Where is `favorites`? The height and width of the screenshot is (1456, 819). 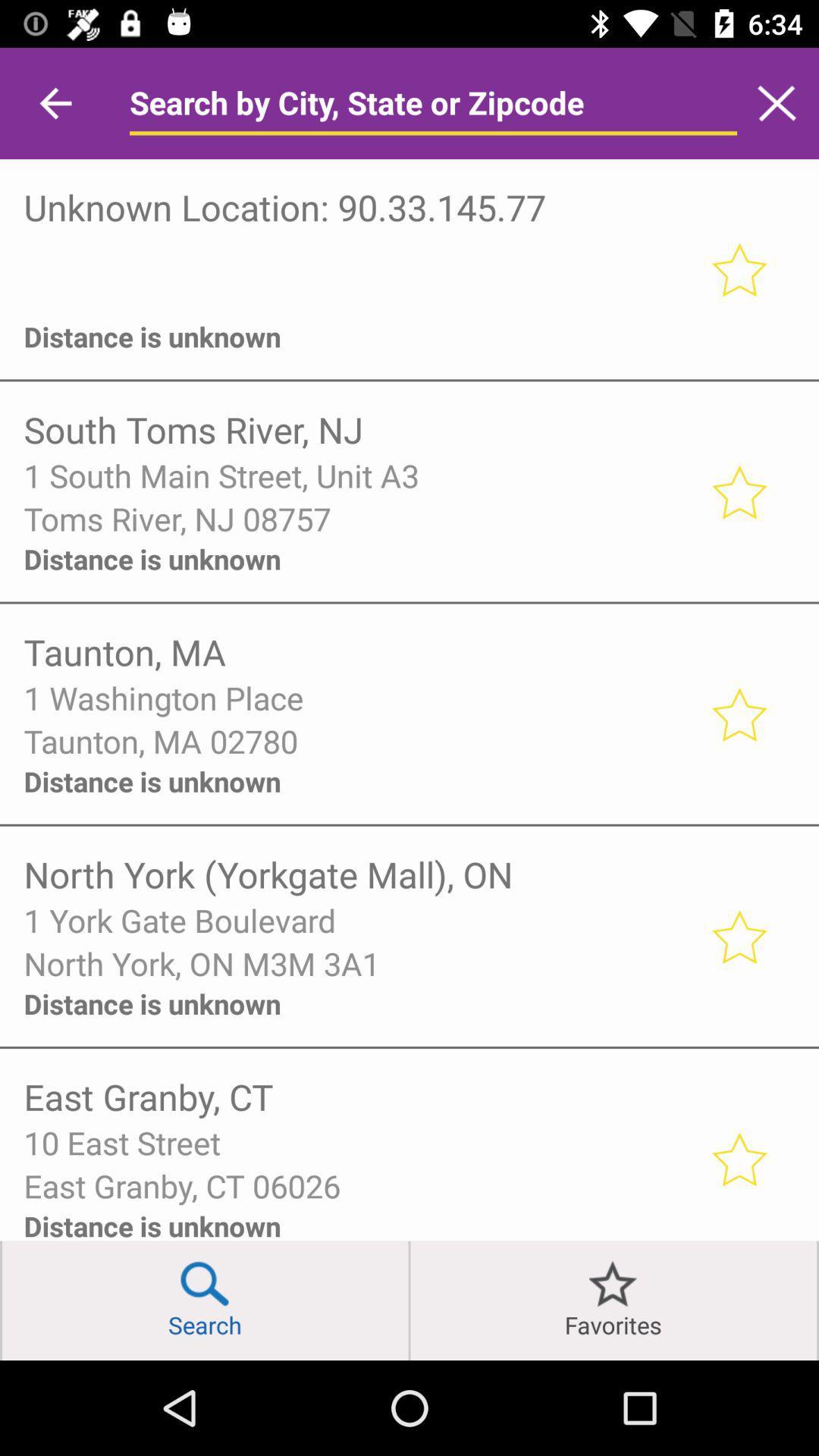 favorites is located at coordinates (738, 491).